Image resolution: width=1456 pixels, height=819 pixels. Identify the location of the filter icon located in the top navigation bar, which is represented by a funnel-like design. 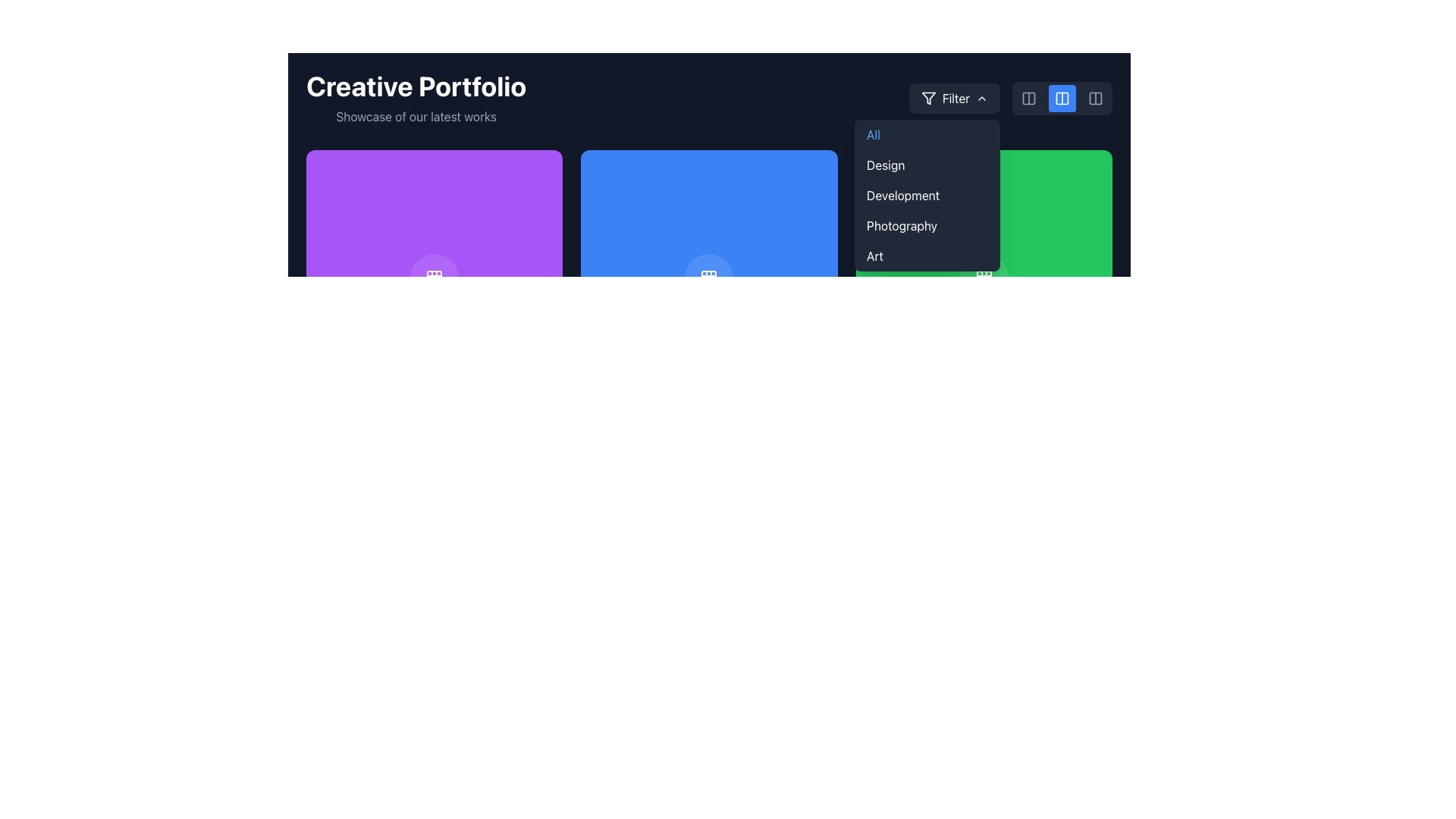
(927, 99).